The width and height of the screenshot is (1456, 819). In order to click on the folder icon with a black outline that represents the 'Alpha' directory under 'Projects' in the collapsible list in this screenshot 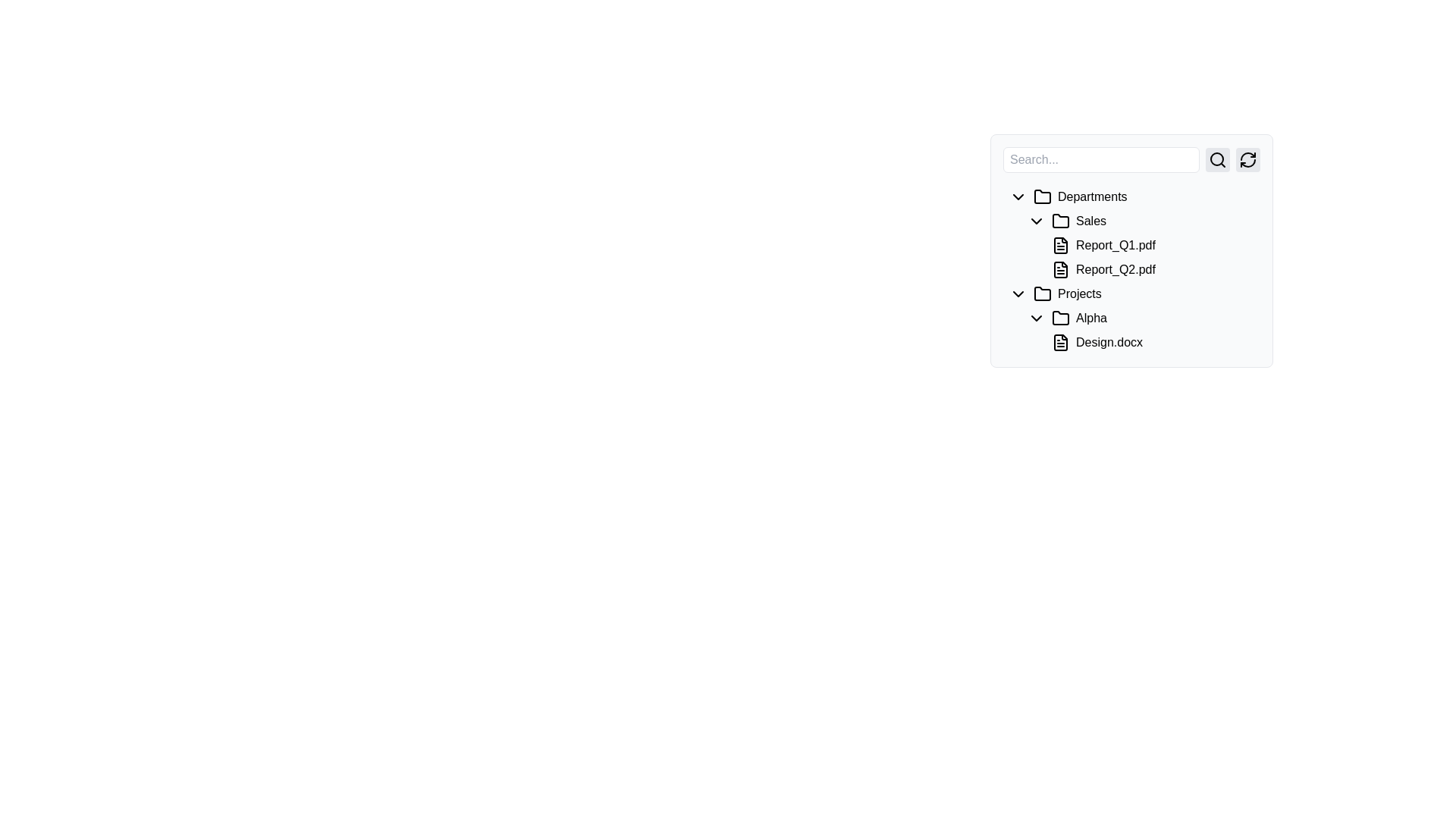, I will do `click(1062, 318)`.